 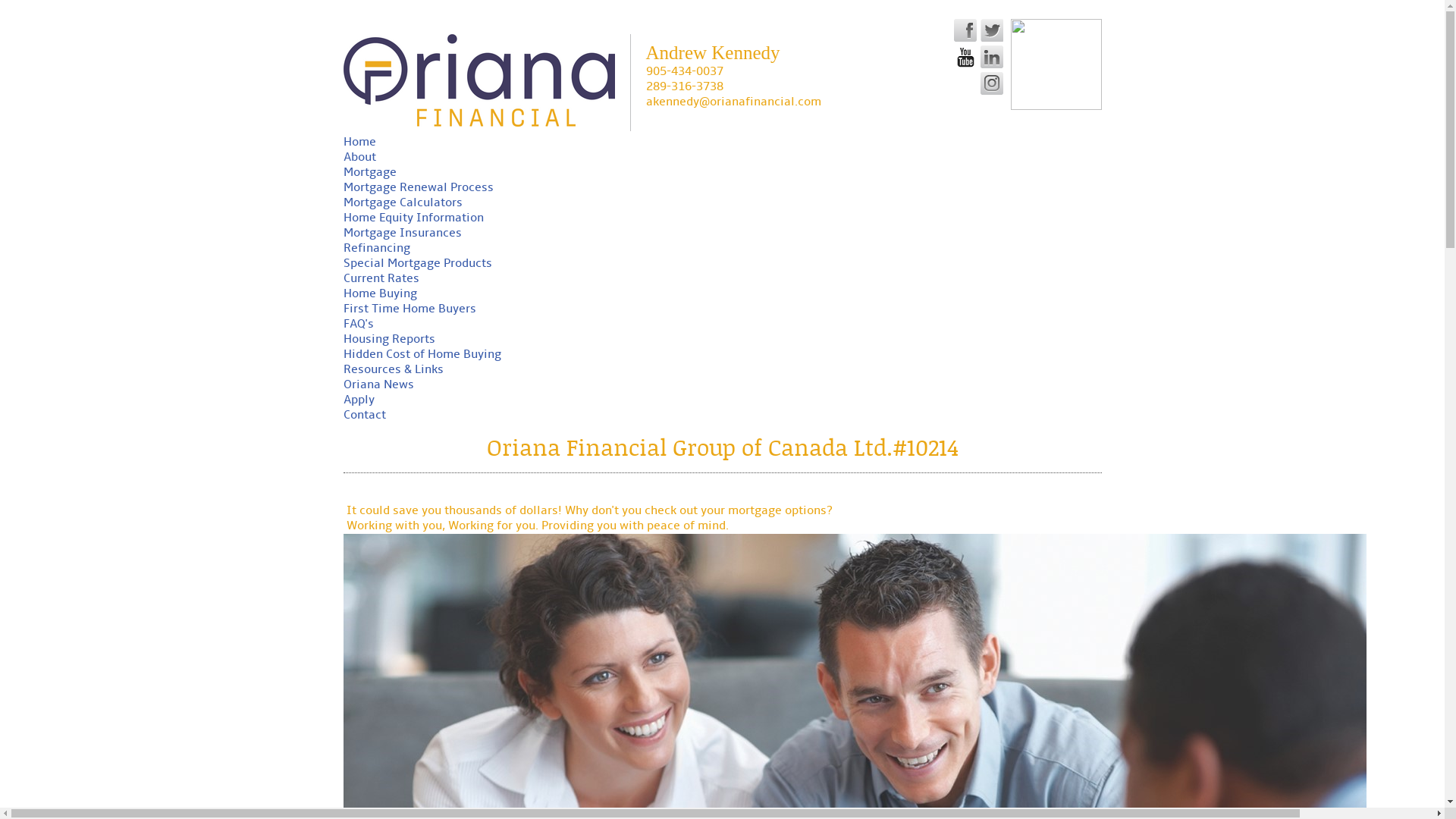 I want to click on 'Home Equity Information', so click(x=413, y=218).